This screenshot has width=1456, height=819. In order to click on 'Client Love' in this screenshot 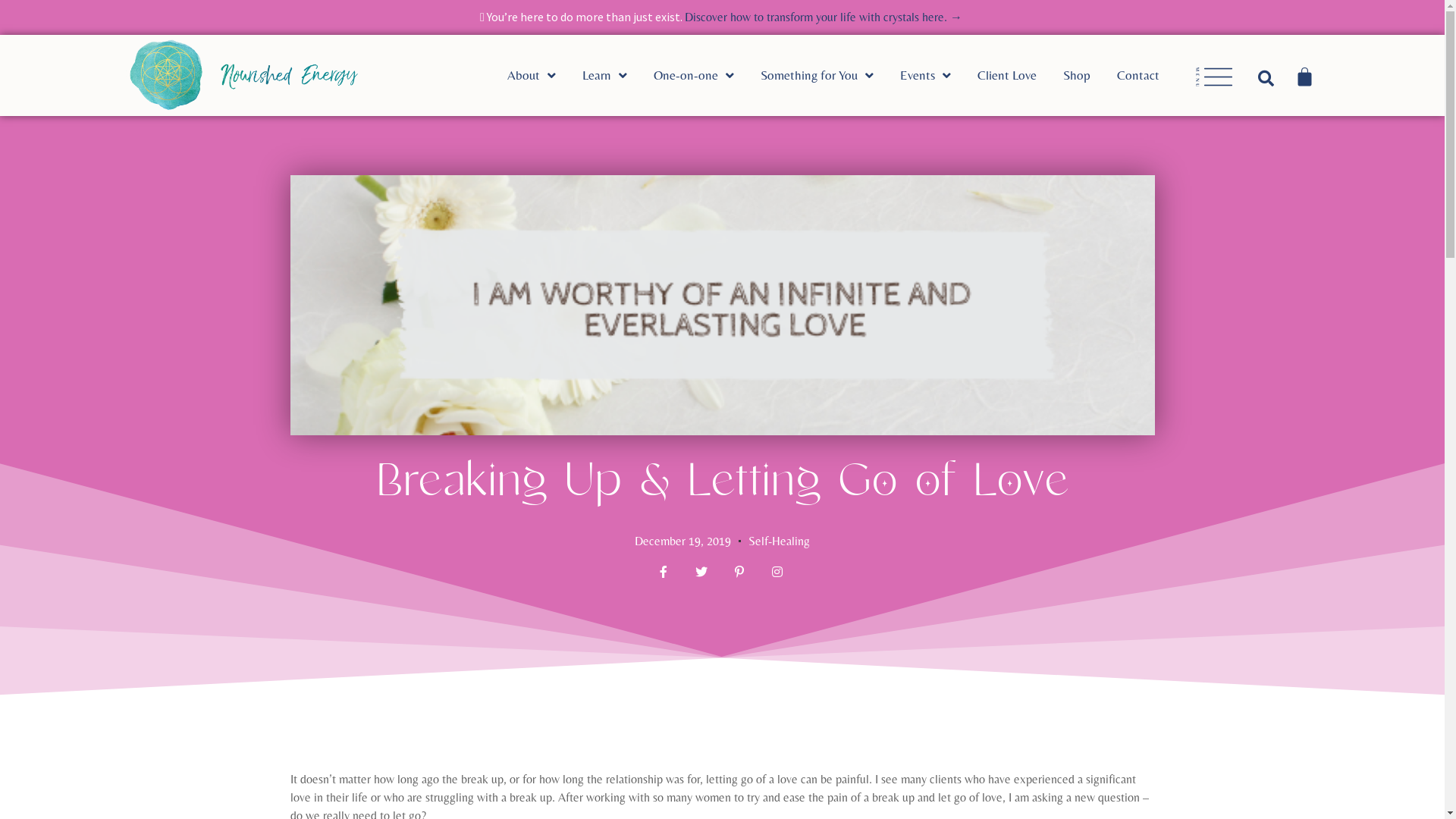, I will do `click(1020, 76)`.